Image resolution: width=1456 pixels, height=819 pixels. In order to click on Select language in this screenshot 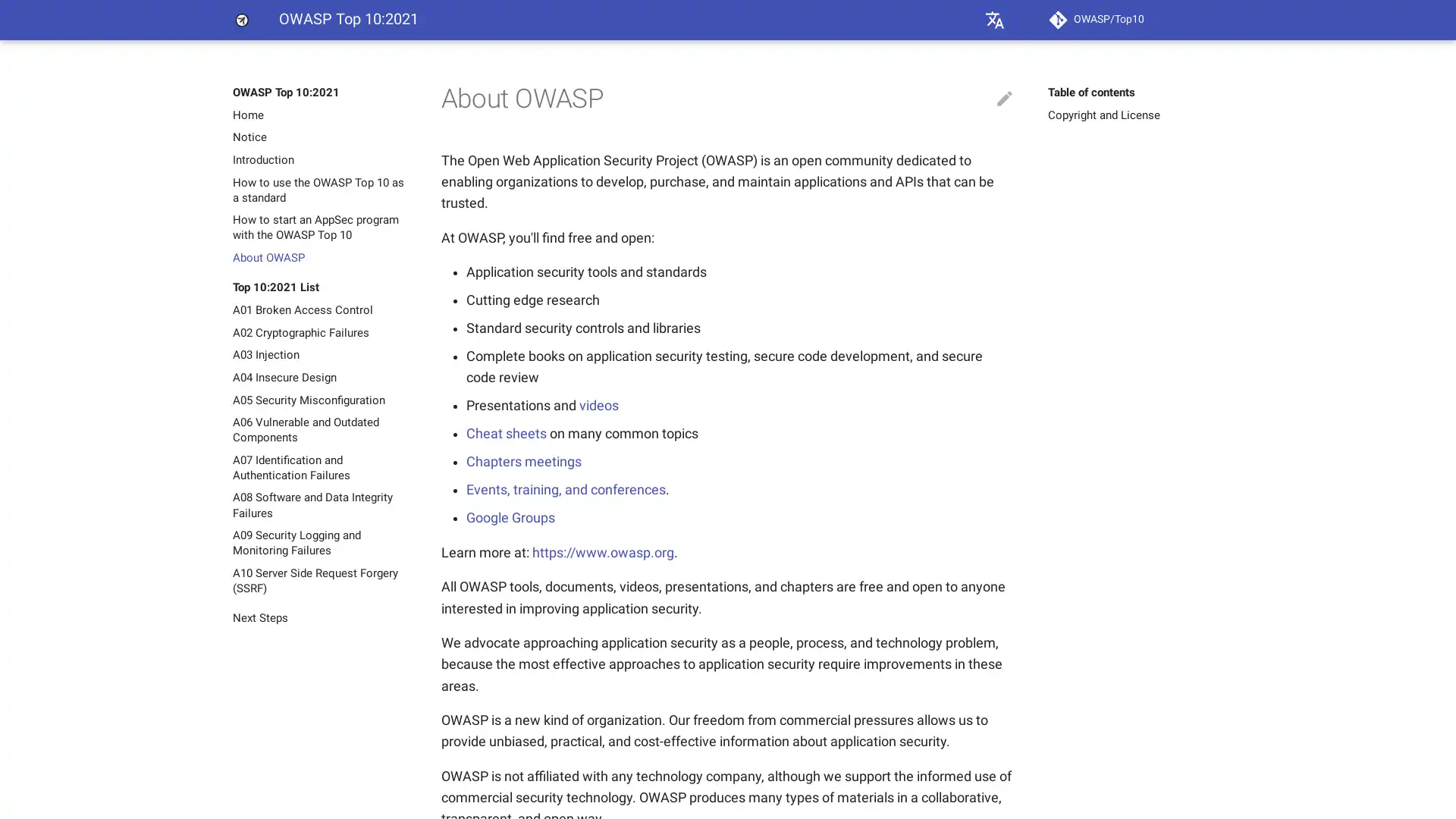, I will do `click(994, 20)`.